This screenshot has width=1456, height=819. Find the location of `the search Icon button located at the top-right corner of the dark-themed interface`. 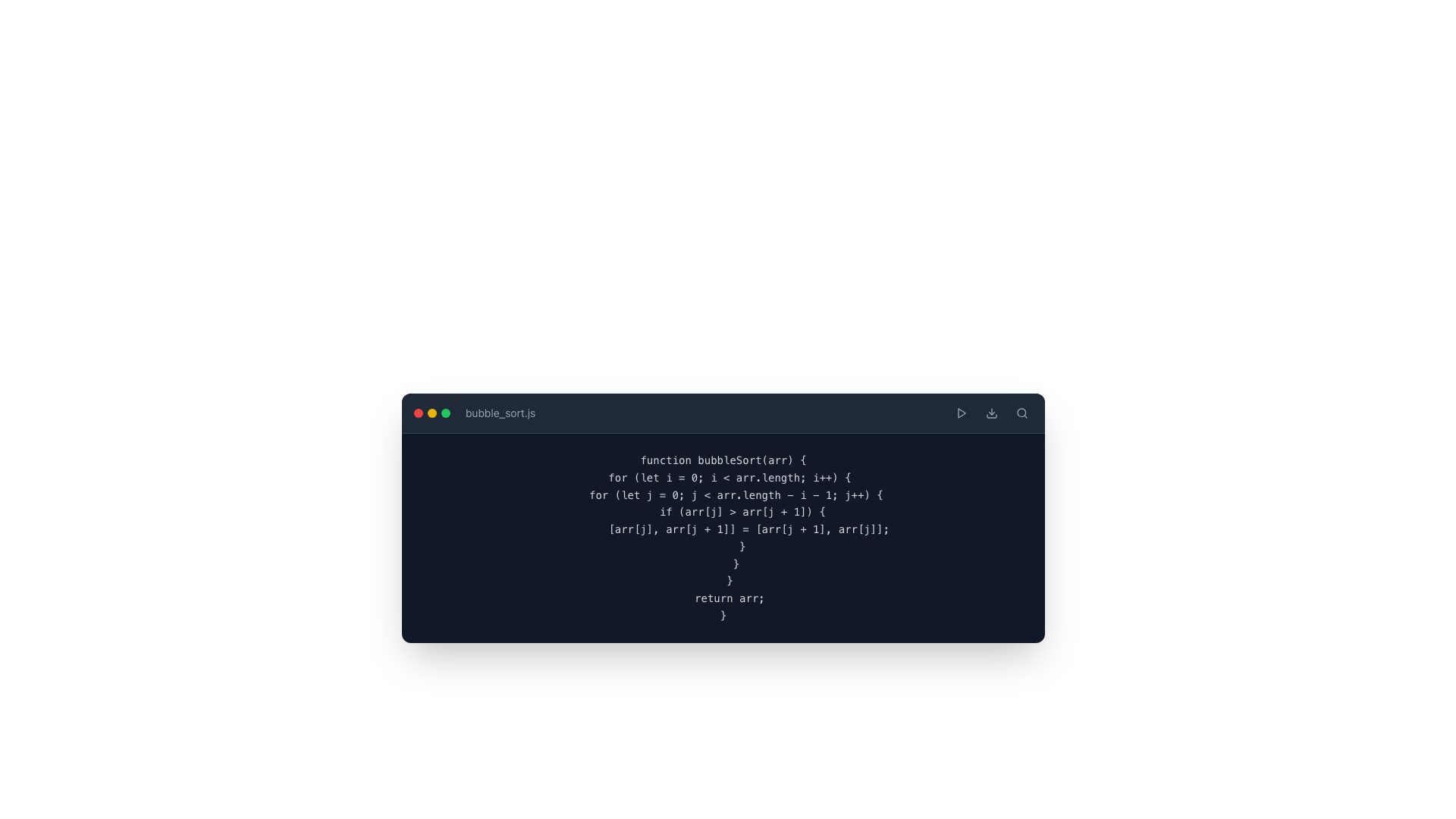

the search Icon button located at the top-right corner of the dark-themed interface is located at coordinates (1022, 413).